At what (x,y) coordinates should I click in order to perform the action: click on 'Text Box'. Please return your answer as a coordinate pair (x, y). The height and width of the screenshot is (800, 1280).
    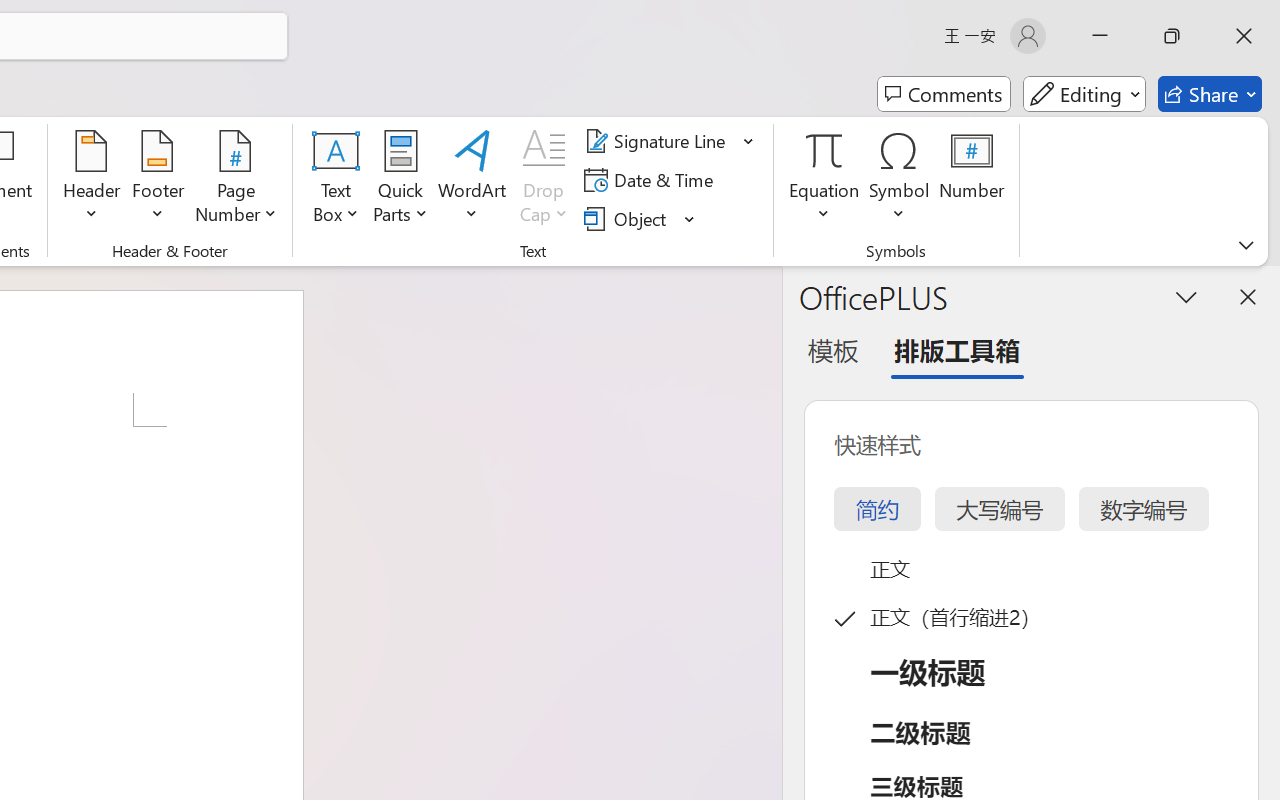
    Looking at the image, I should click on (336, 179).